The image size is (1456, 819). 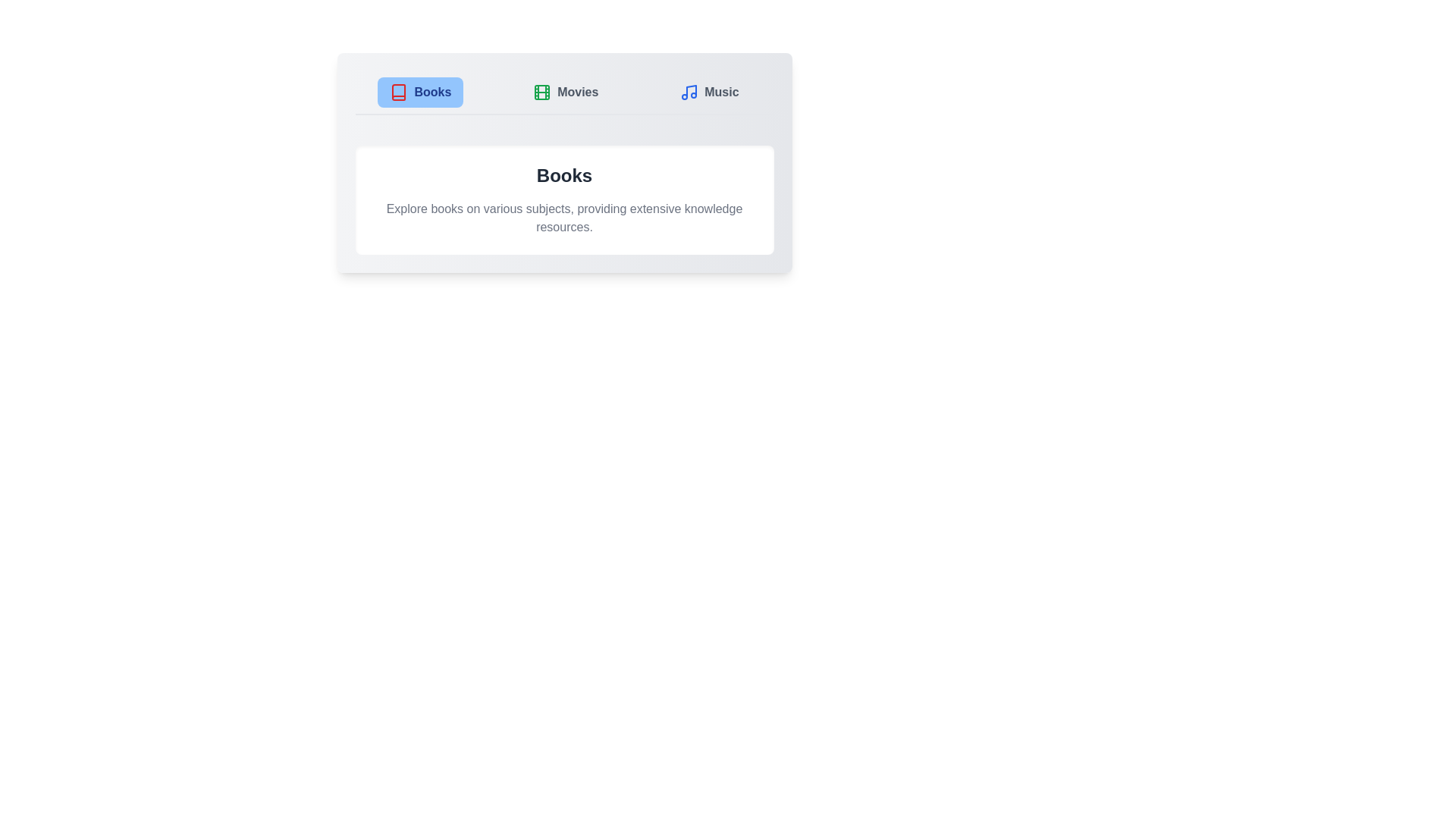 What do you see at coordinates (565, 93) in the screenshot?
I see `the Movies tab to switch its content` at bounding box center [565, 93].